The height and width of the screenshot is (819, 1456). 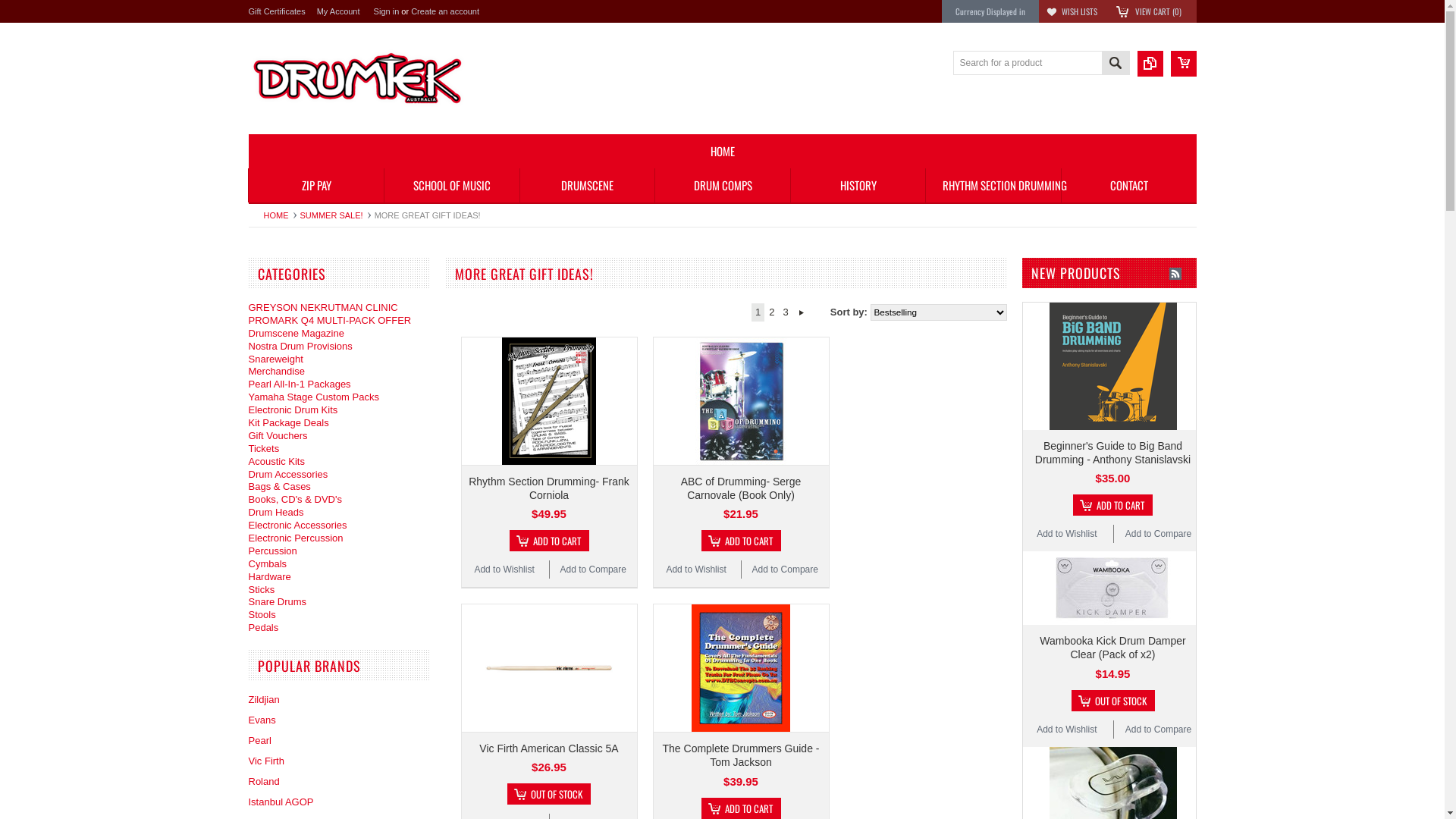 I want to click on 'Snare Drums', so click(x=278, y=601).